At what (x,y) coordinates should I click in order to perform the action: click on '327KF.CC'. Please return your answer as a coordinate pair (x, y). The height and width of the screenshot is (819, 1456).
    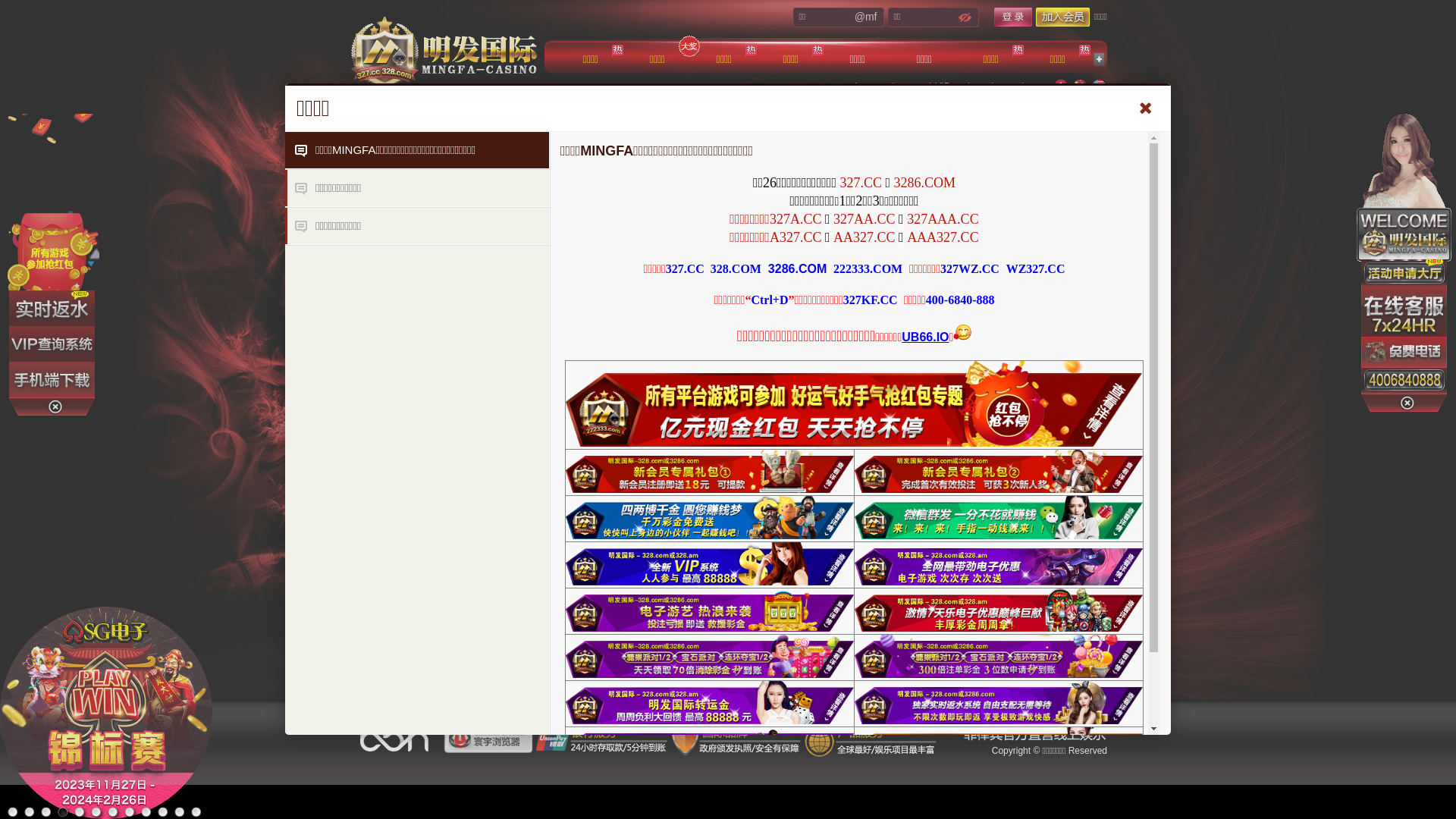
    Looking at the image, I should click on (870, 300).